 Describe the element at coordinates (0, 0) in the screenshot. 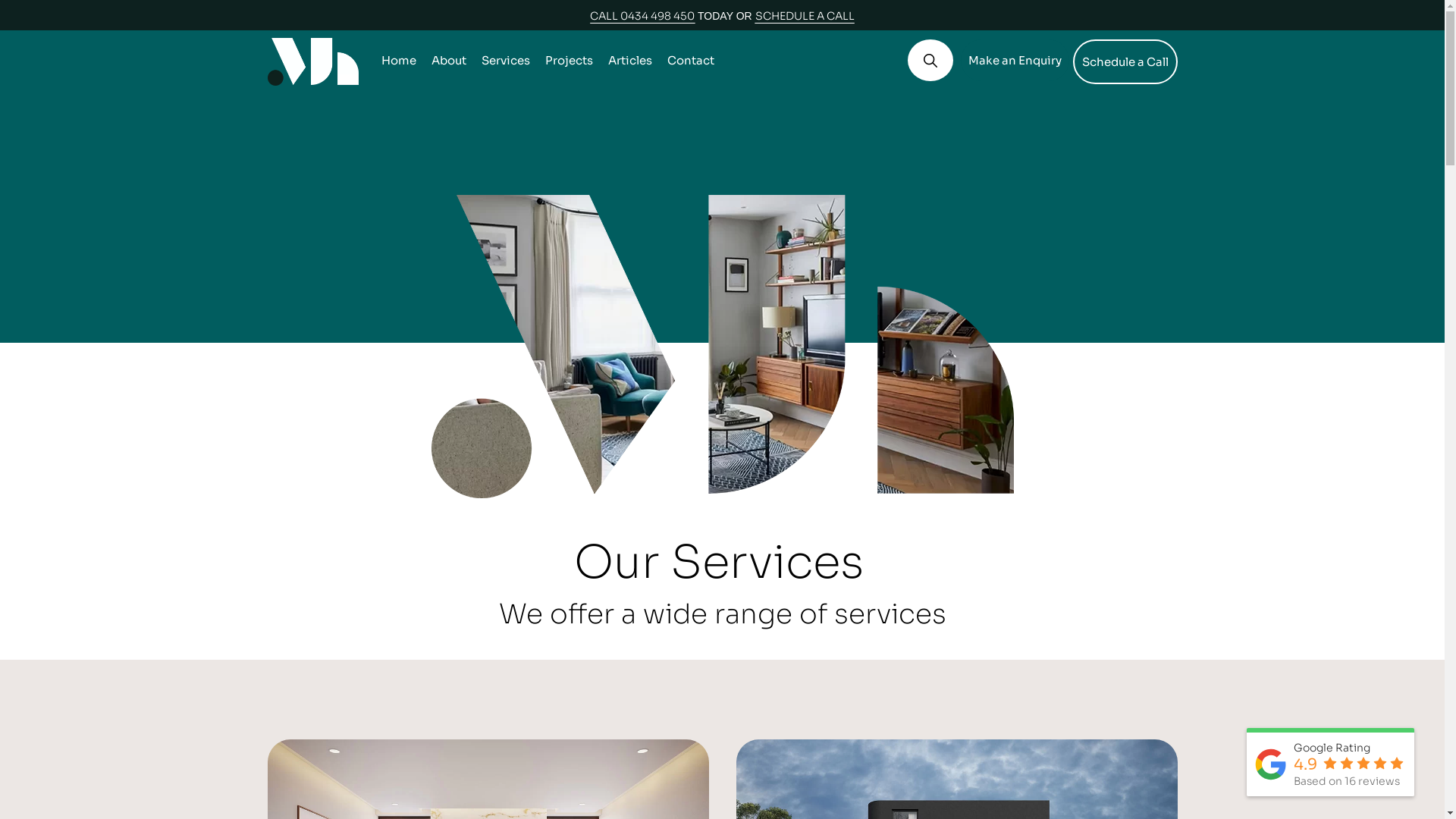

I see `'Skip to primary navigation'` at that location.